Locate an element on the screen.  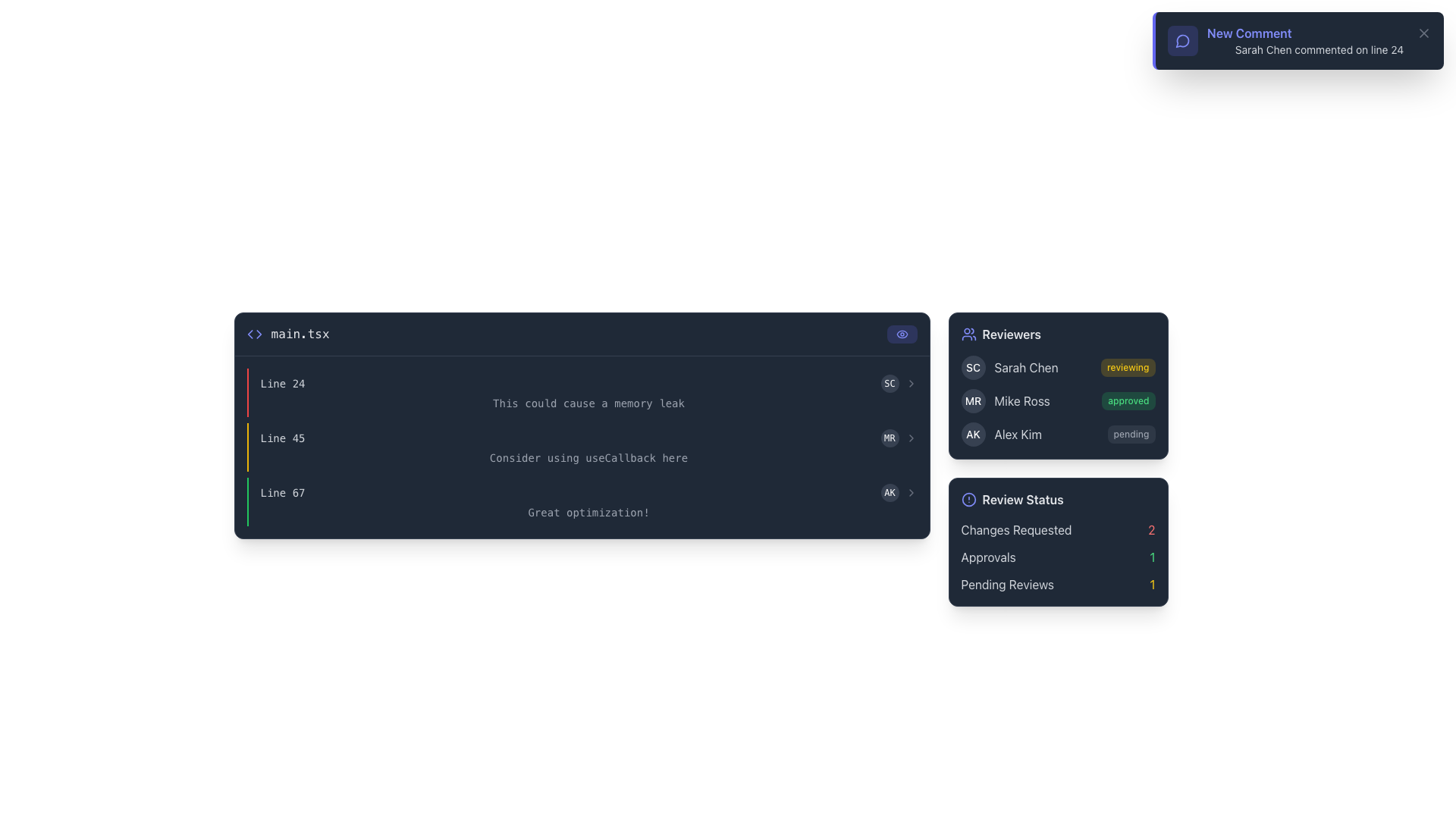
the circular badge with dark gray background and 'MR' initials, located is located at coordinates (973, 400).